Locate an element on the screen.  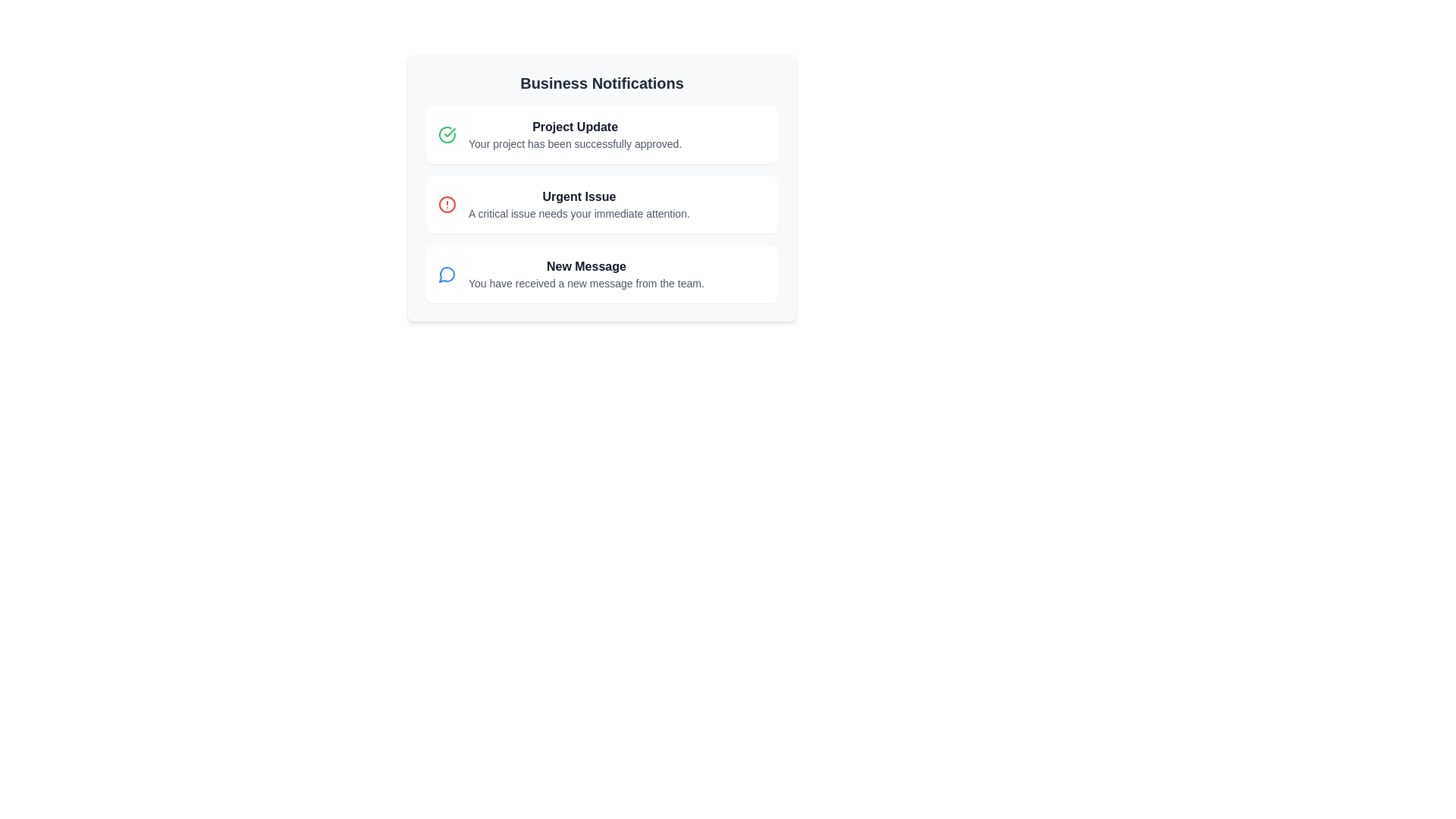
the blue chat bubble icon located in the 'New Message' notification box, which is the third notification in the list is located at coordinates (447, 275).